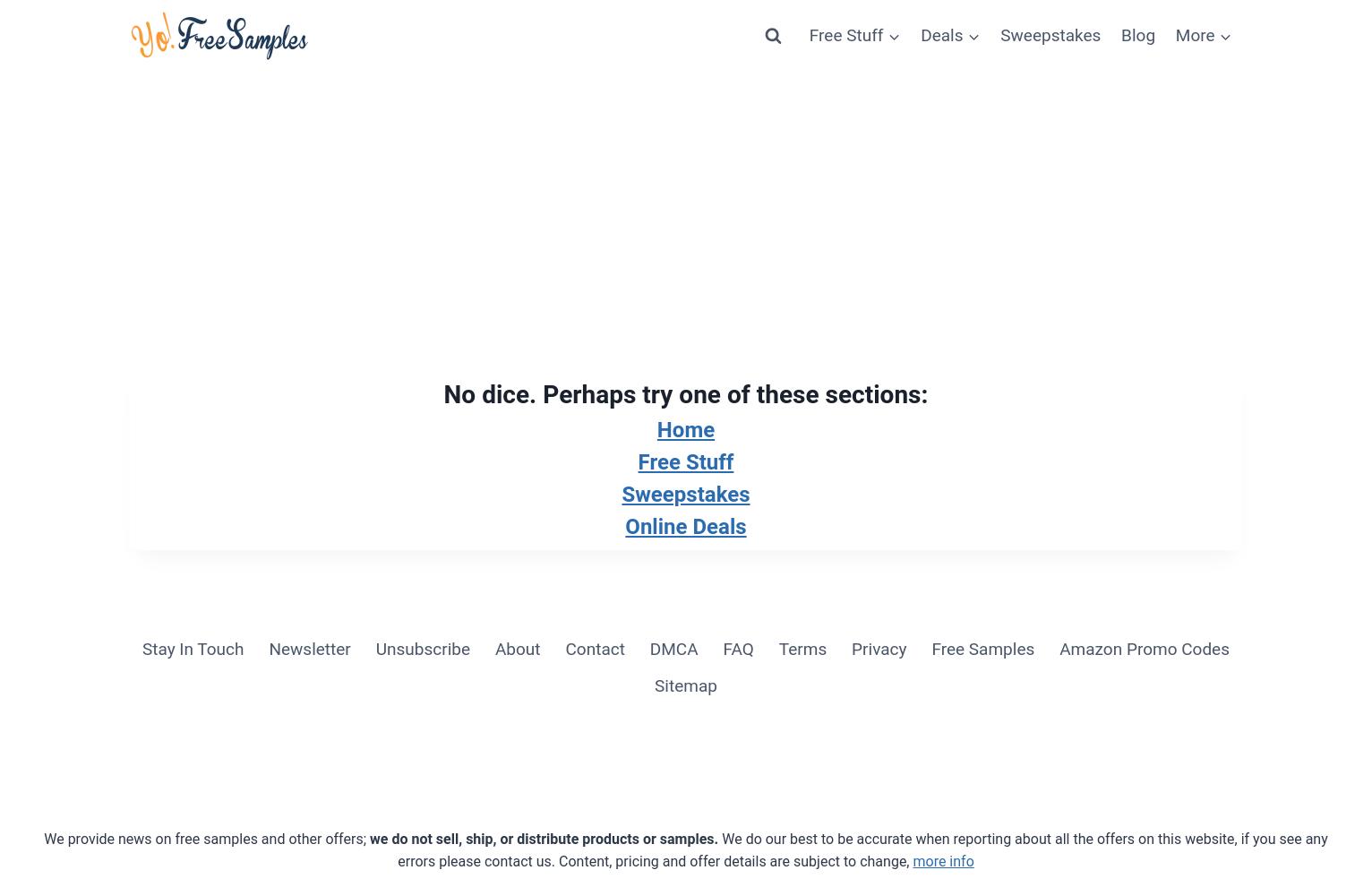 Image resolution: width=1372 pixels, height=896 pixels. I want to click on 'Terms', so click(802, 647).